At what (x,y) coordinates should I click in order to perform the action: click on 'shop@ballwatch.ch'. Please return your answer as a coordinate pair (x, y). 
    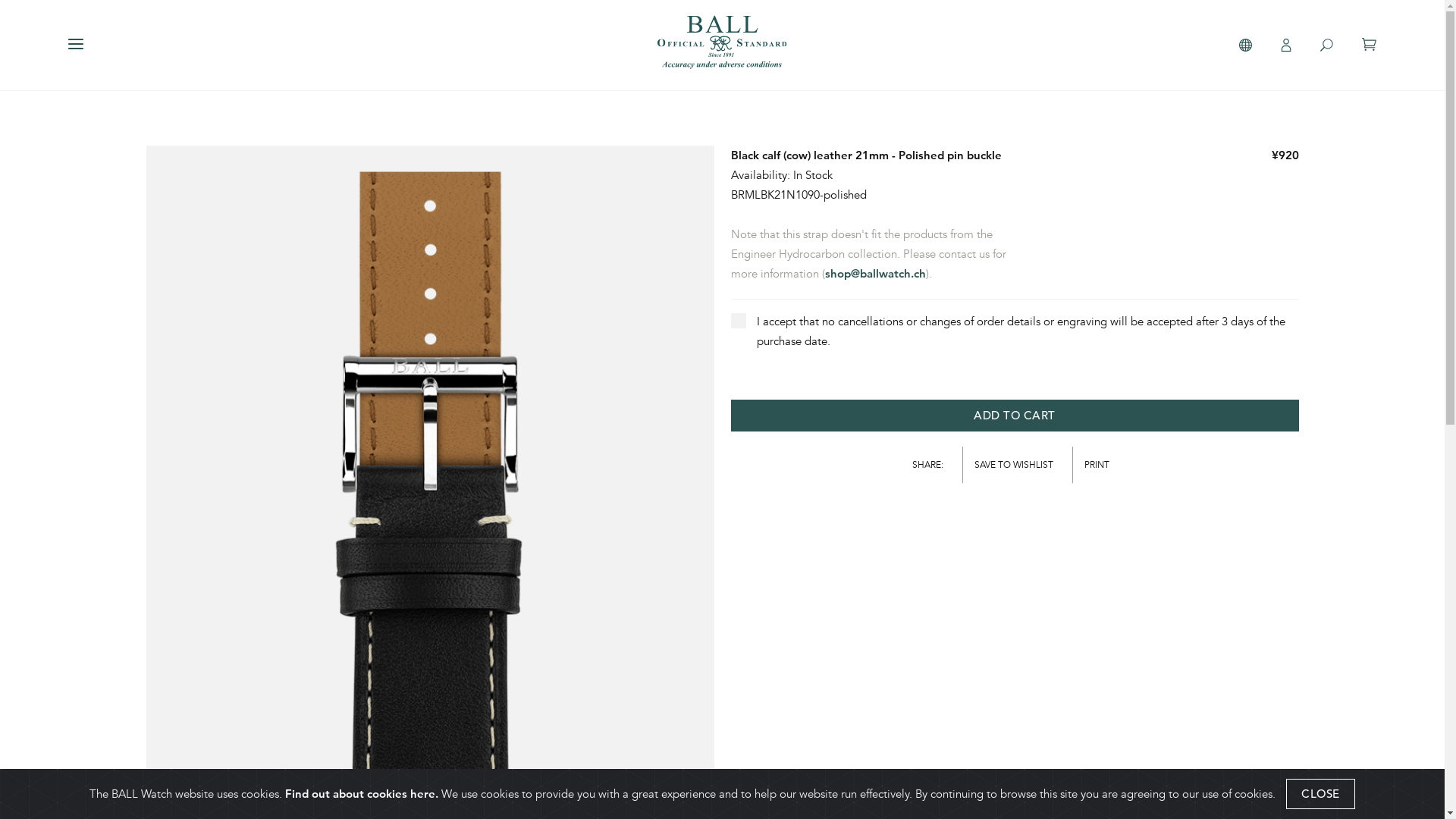
    Looking at the image, I should click on (875, 273).